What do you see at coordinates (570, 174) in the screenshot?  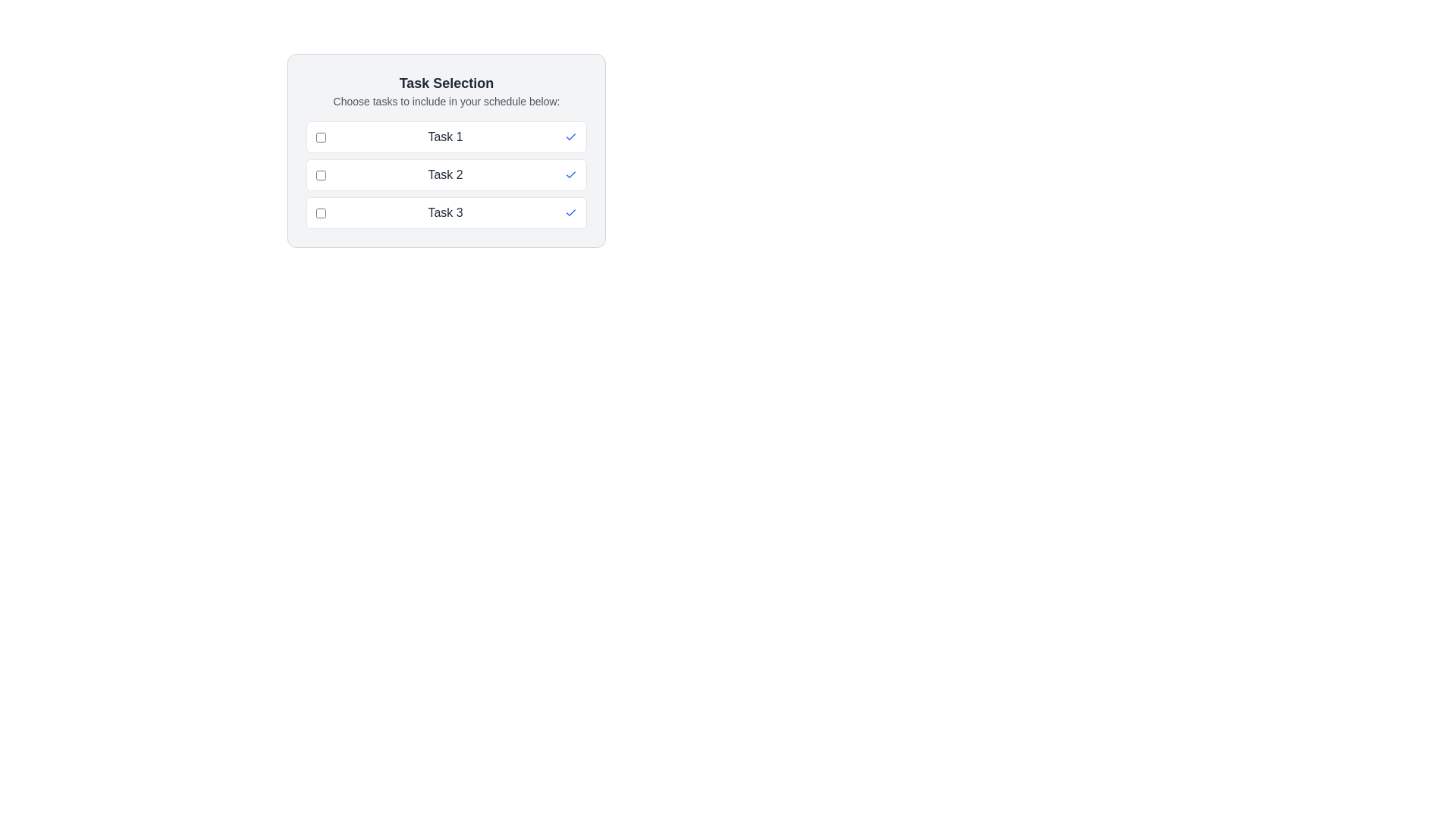 I see `the decorative icon indicating the selected status of 'Task 2' in the task selection interface` at bounding box center [570, 174].